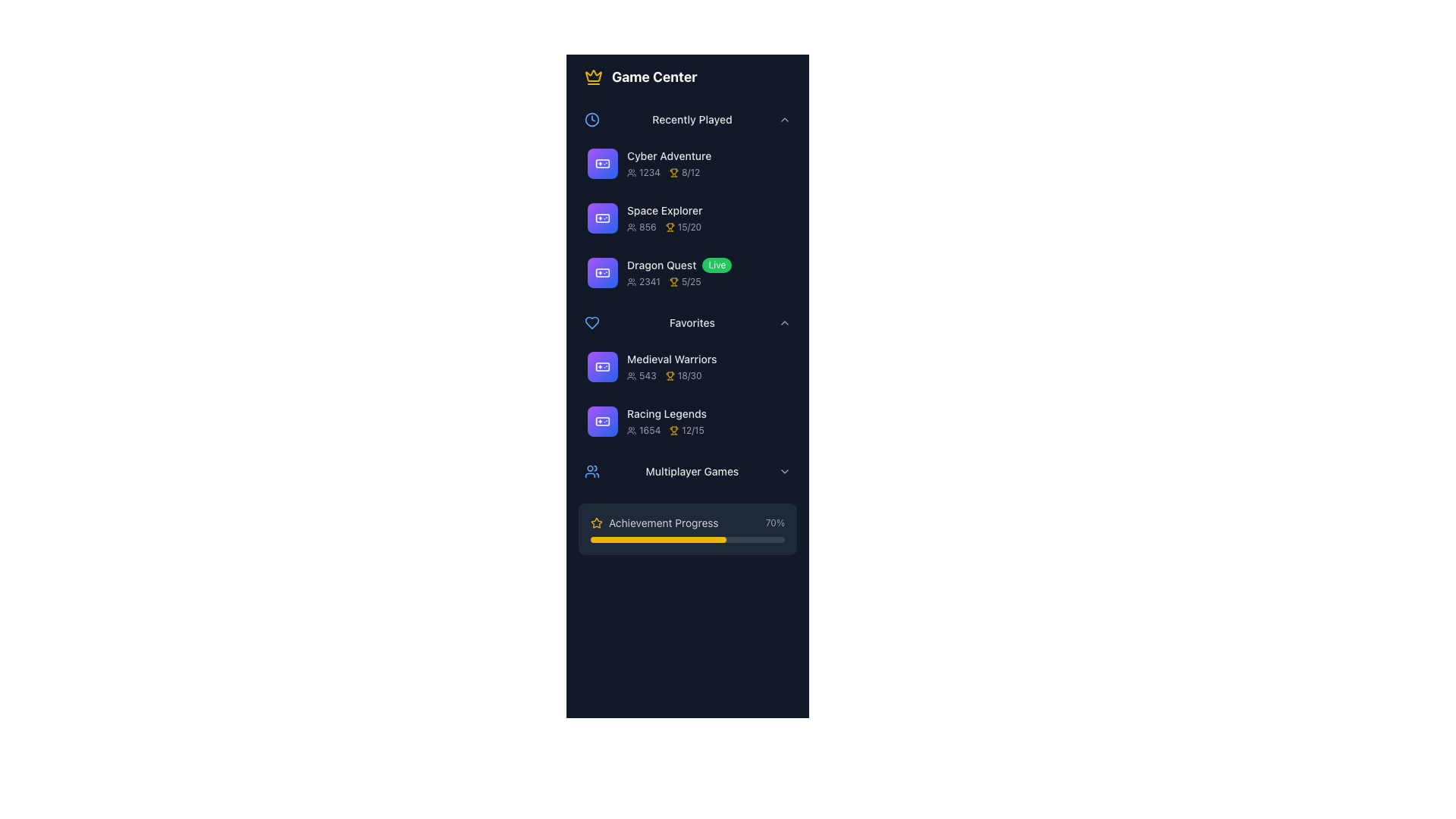 This screenshot has height=819, width=1456. What do you see at coordinates (687, 366) in the screenshot?
I see `the list item displaying 'Medieval Warriors' in the 'Favorites' section` at bounding box center [687, 366].